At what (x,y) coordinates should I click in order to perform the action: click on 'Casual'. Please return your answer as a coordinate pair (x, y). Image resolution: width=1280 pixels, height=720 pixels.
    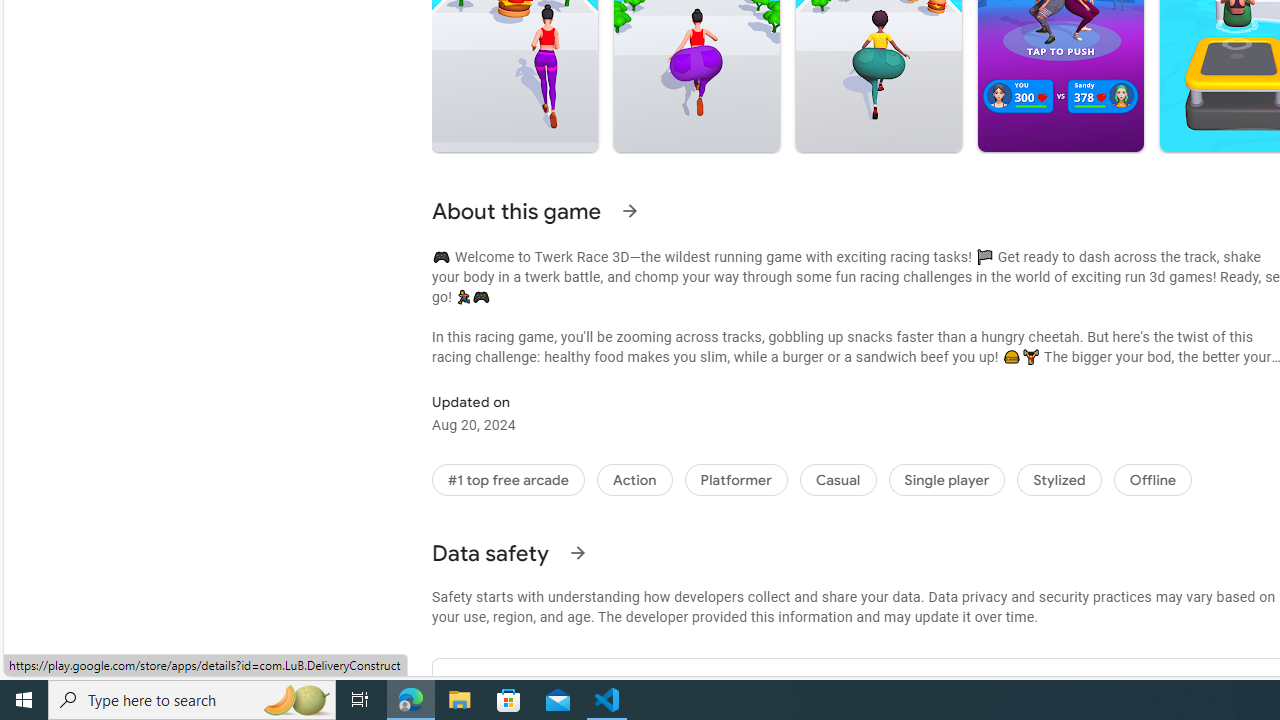
    Looking at the image, I should click on (837, 480).